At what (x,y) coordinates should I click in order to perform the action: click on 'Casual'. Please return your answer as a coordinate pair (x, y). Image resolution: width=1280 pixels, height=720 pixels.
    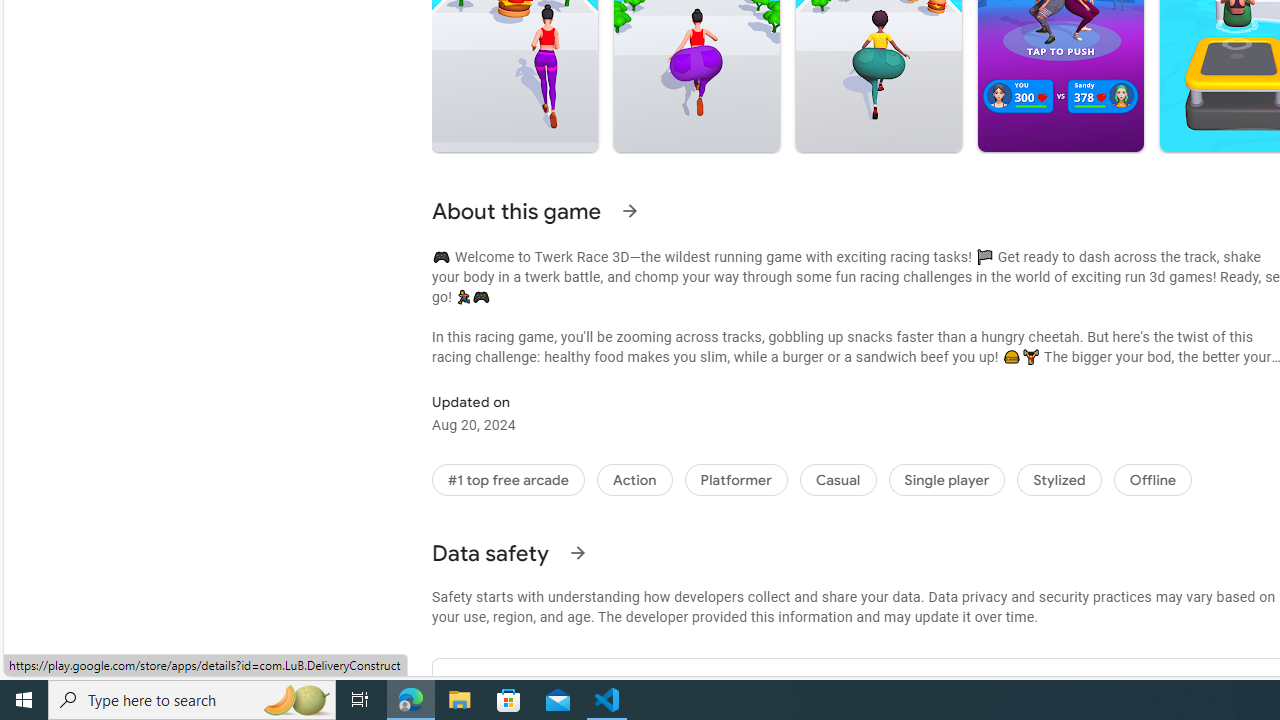
    Looking at the image, I should click on (837, 480).